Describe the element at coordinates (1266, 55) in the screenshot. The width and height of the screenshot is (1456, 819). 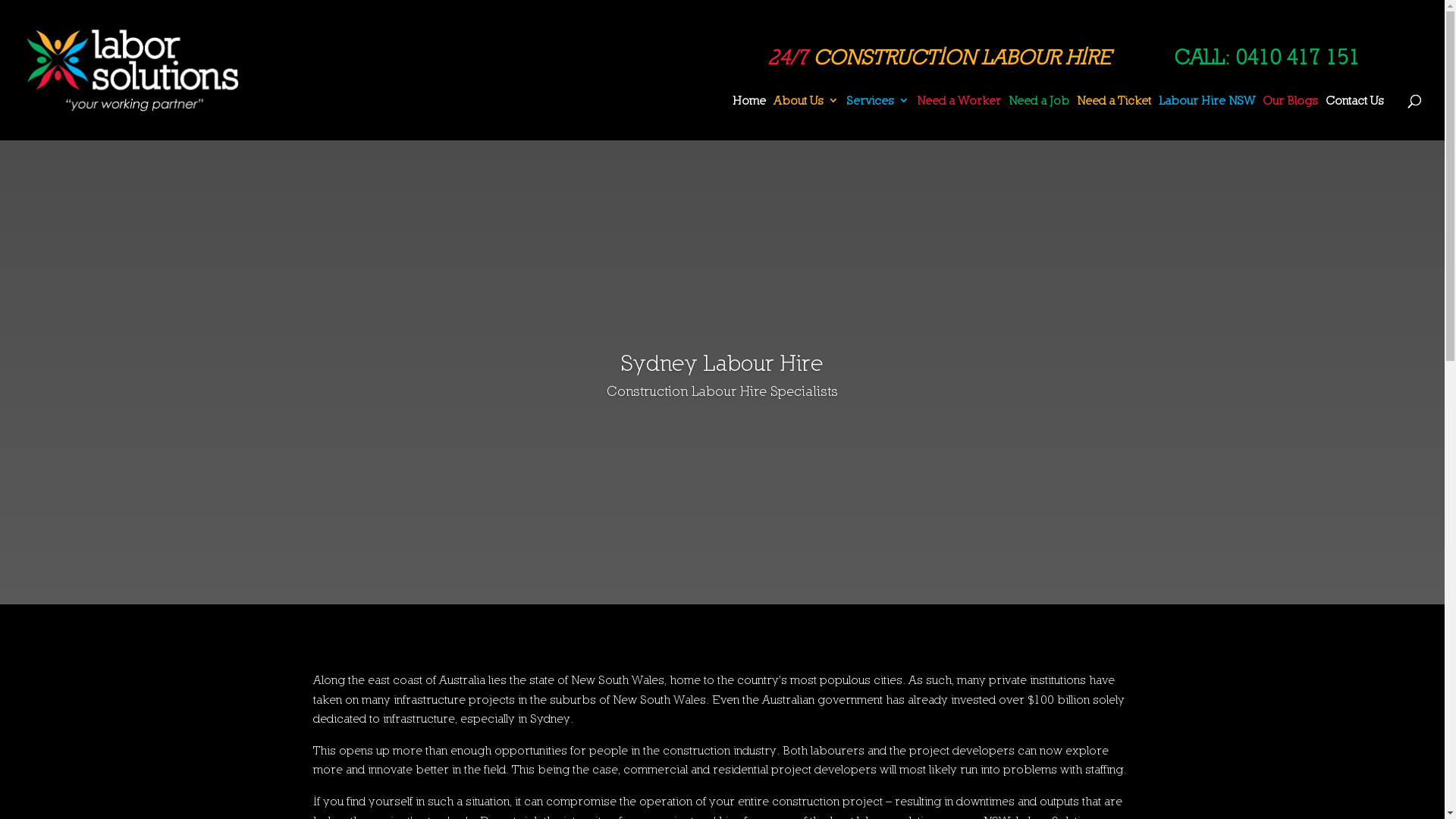
I see `'CALL: 0410 417 151'` at that location.